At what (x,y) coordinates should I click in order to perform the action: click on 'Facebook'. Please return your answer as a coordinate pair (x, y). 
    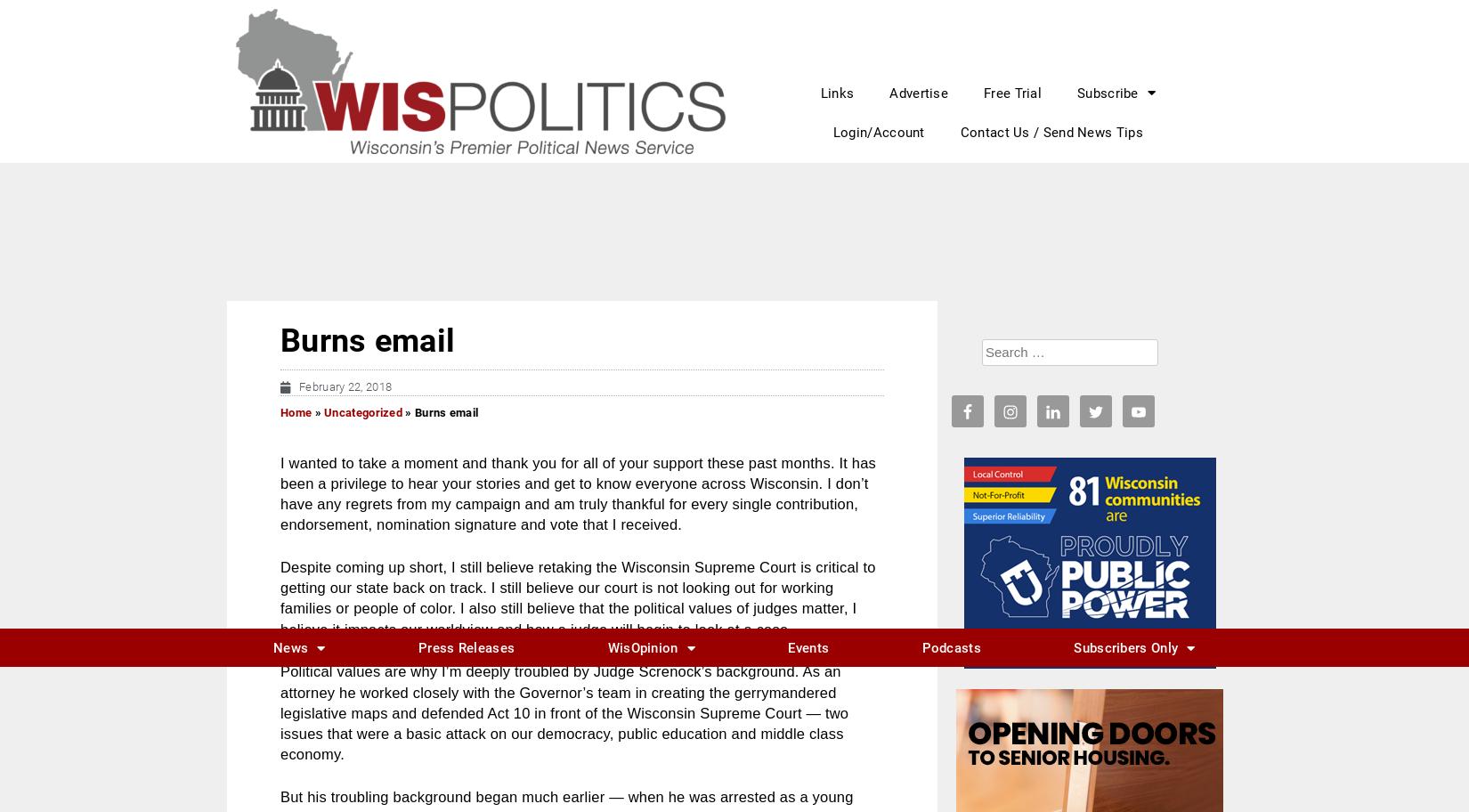
    Looking at the image, I should click on (340, 515).